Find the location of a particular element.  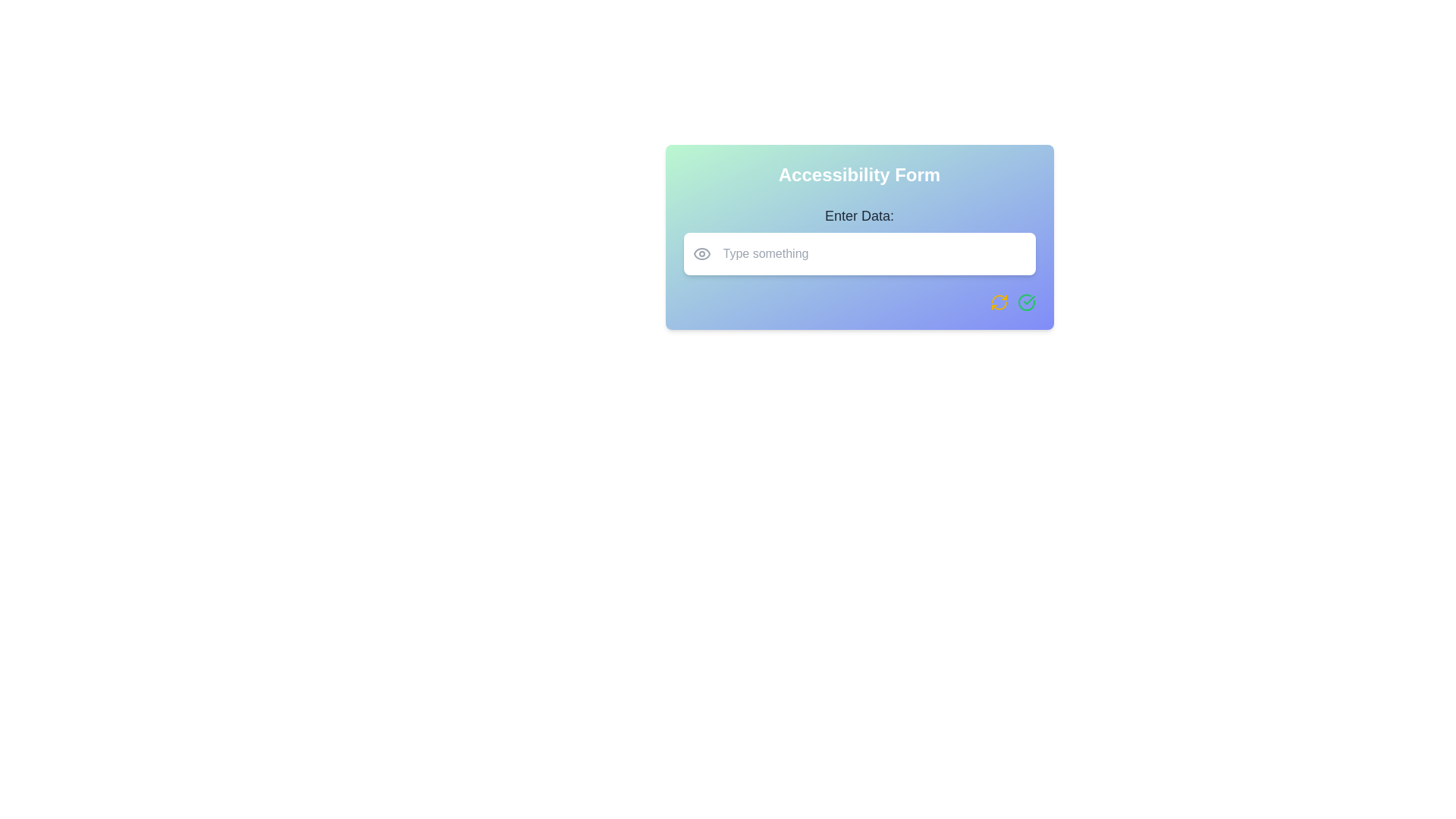

the Text Input Field located below the 'Enter Data:' text in the 'Accessibility Form' card to focus on it is located at coordinates (859, 239).